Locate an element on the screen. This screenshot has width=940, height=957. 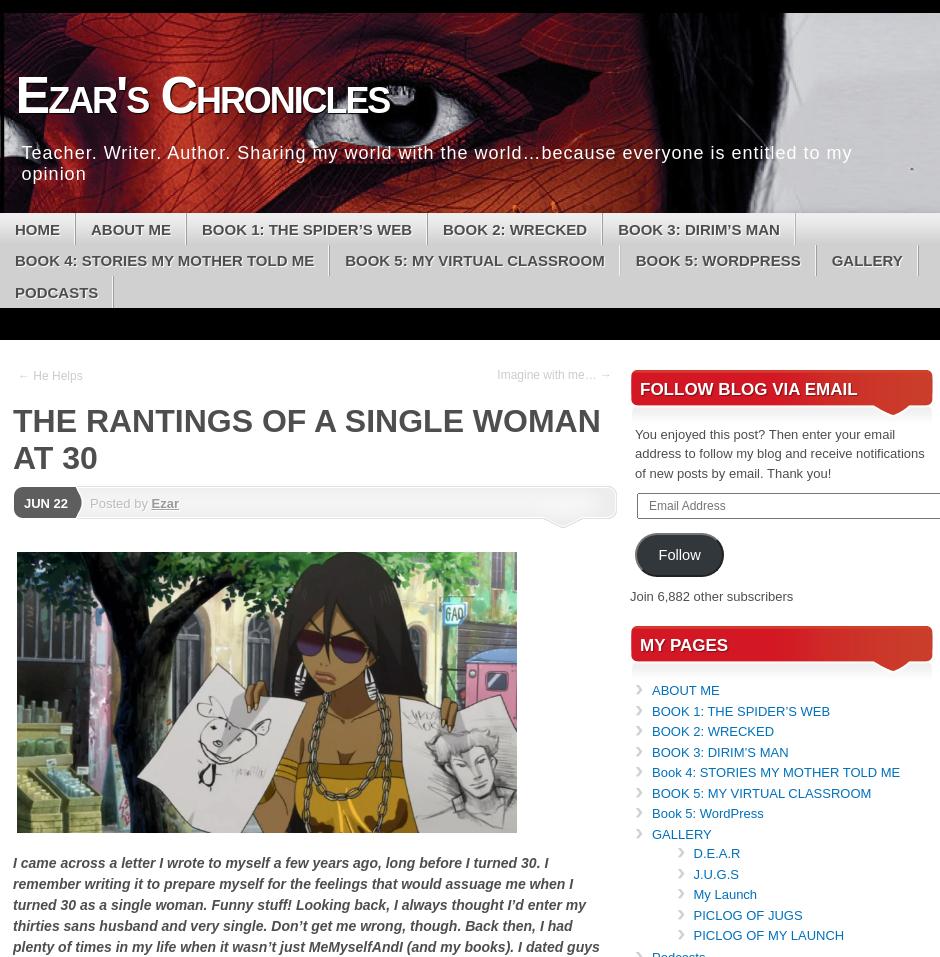
'Podcasts' is located at coordinates (55, 291).